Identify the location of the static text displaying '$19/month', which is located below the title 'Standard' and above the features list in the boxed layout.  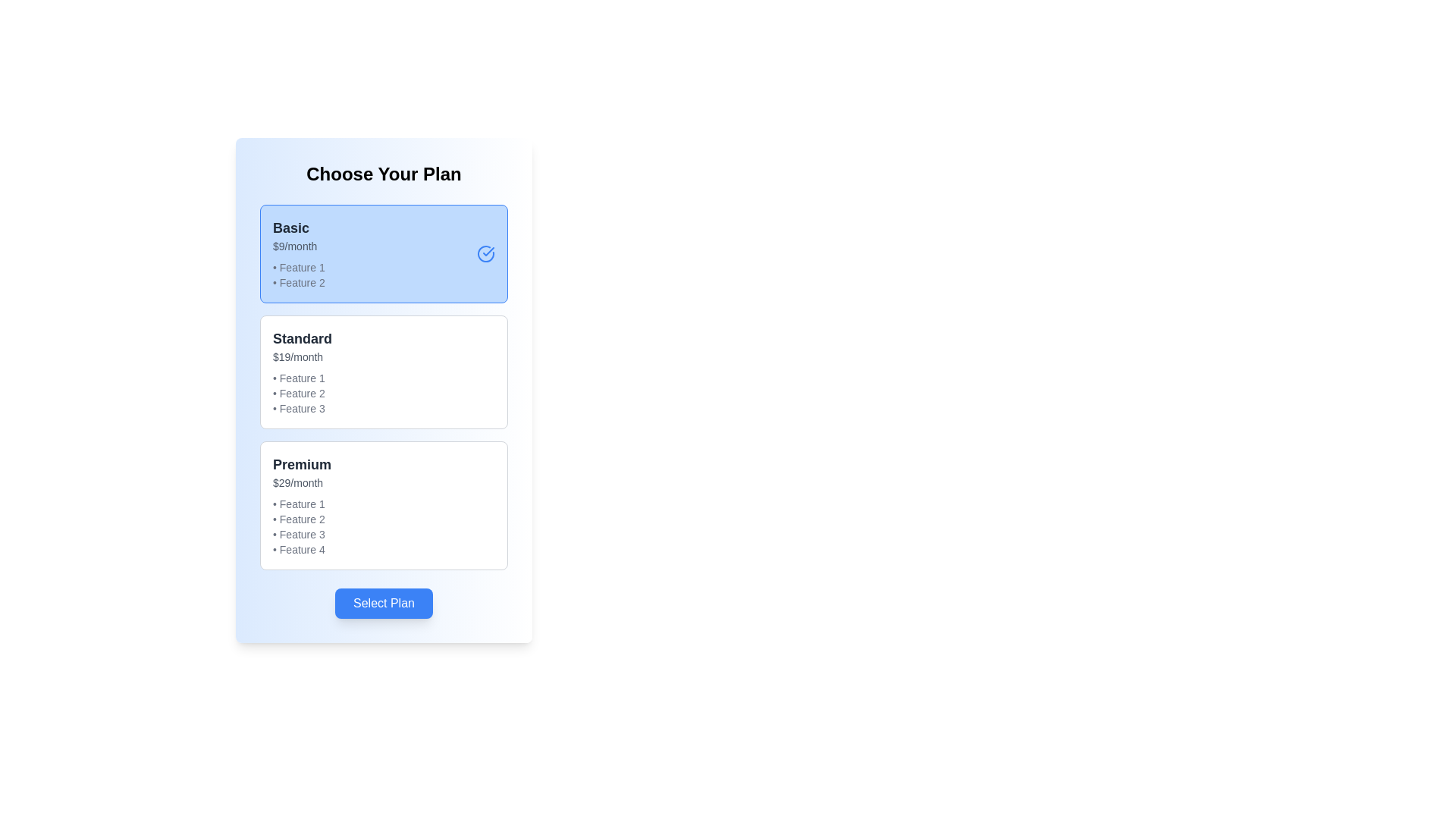
(302, 356).